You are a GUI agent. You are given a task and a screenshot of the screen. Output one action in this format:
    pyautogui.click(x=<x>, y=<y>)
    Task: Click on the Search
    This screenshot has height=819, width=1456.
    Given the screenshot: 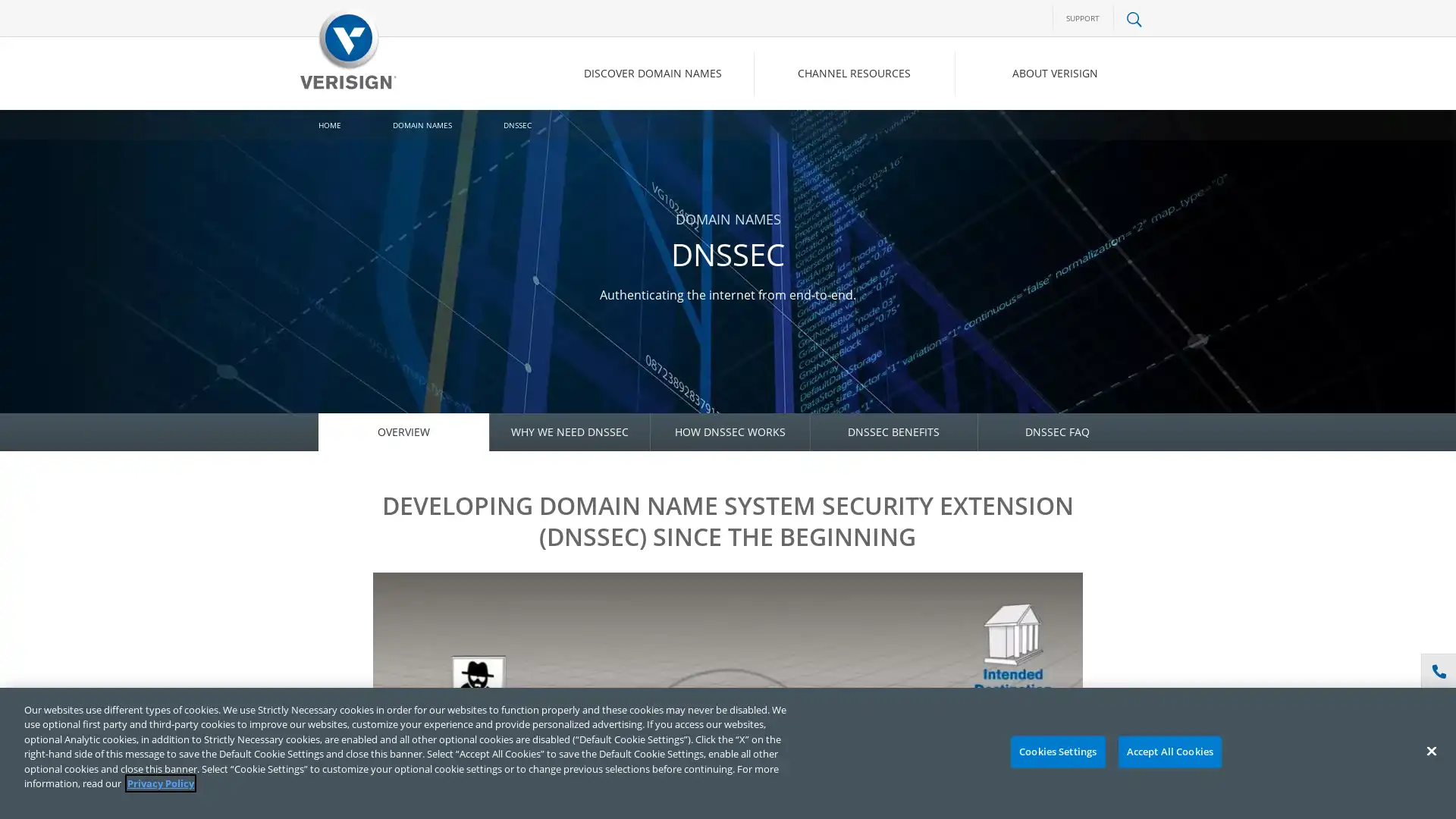 What is the action you would take?
    pyautogui.click(x=1012, y=137)
    